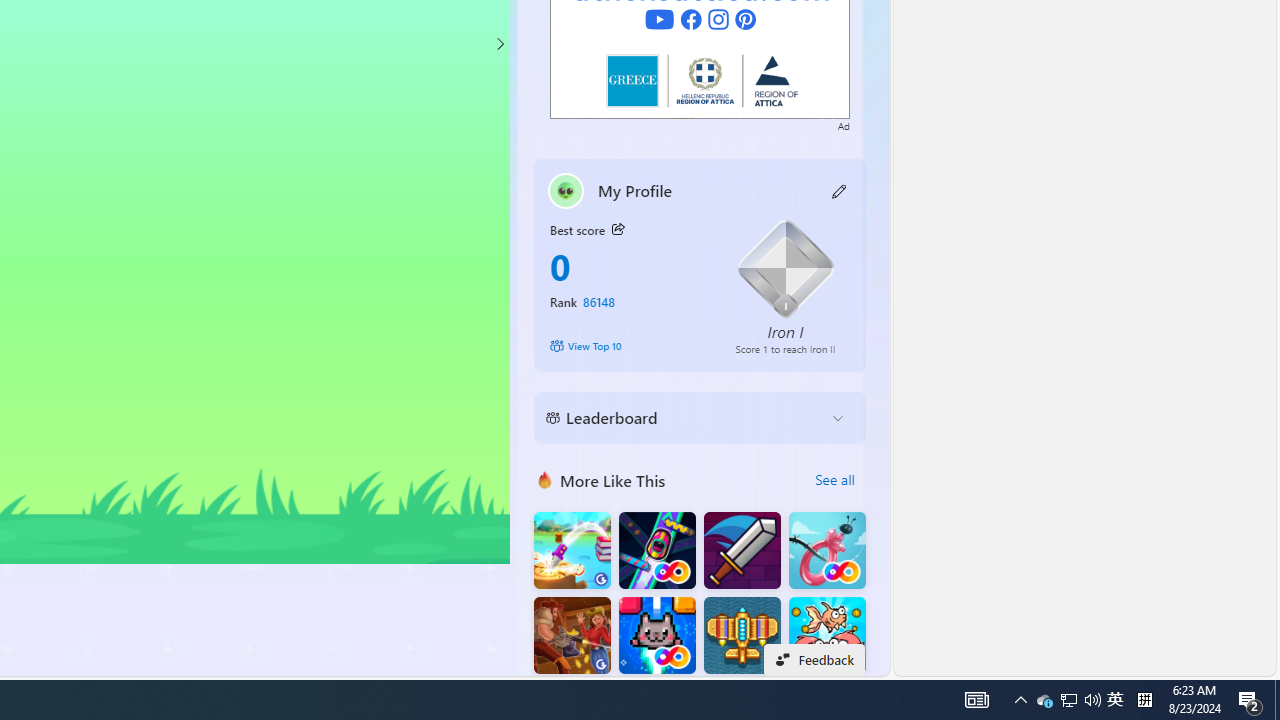 The height and width of the screenshot is (720, 1280). I want to click on 'See all', so click(835, 479).